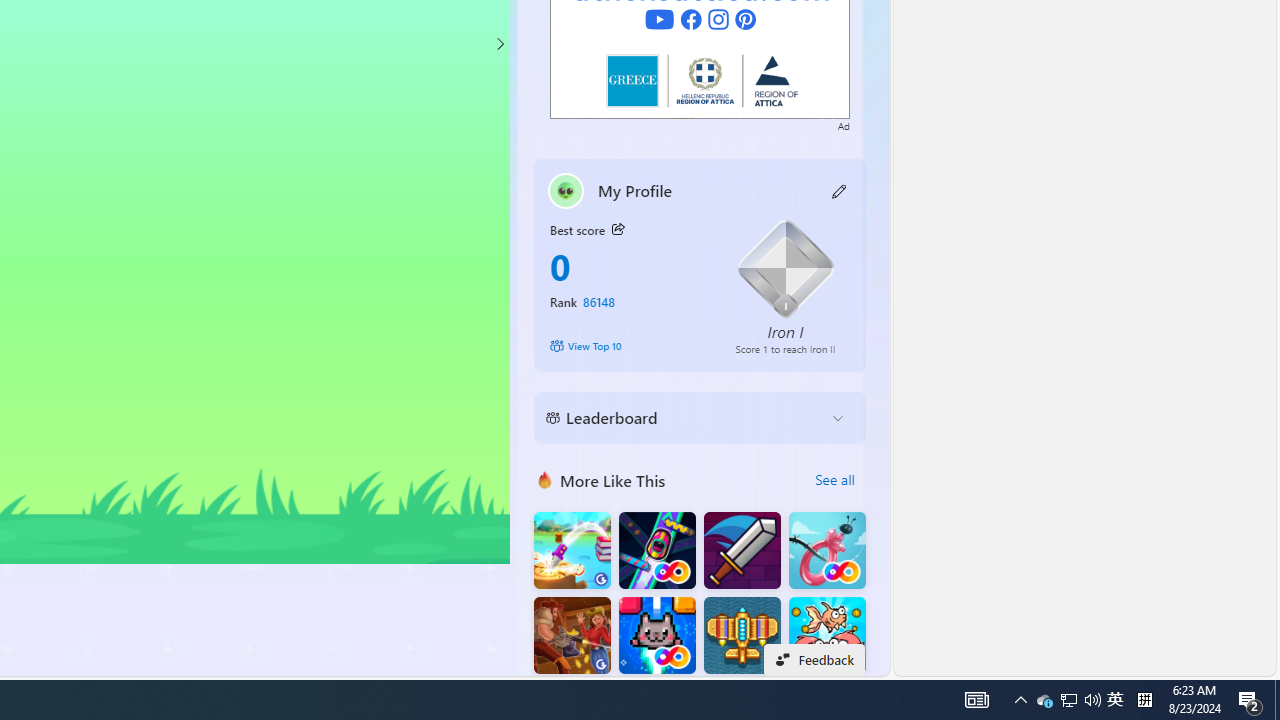 The height and width of the screenshot is (720, 1280). I want to click on 'See all', so click(835, 479).